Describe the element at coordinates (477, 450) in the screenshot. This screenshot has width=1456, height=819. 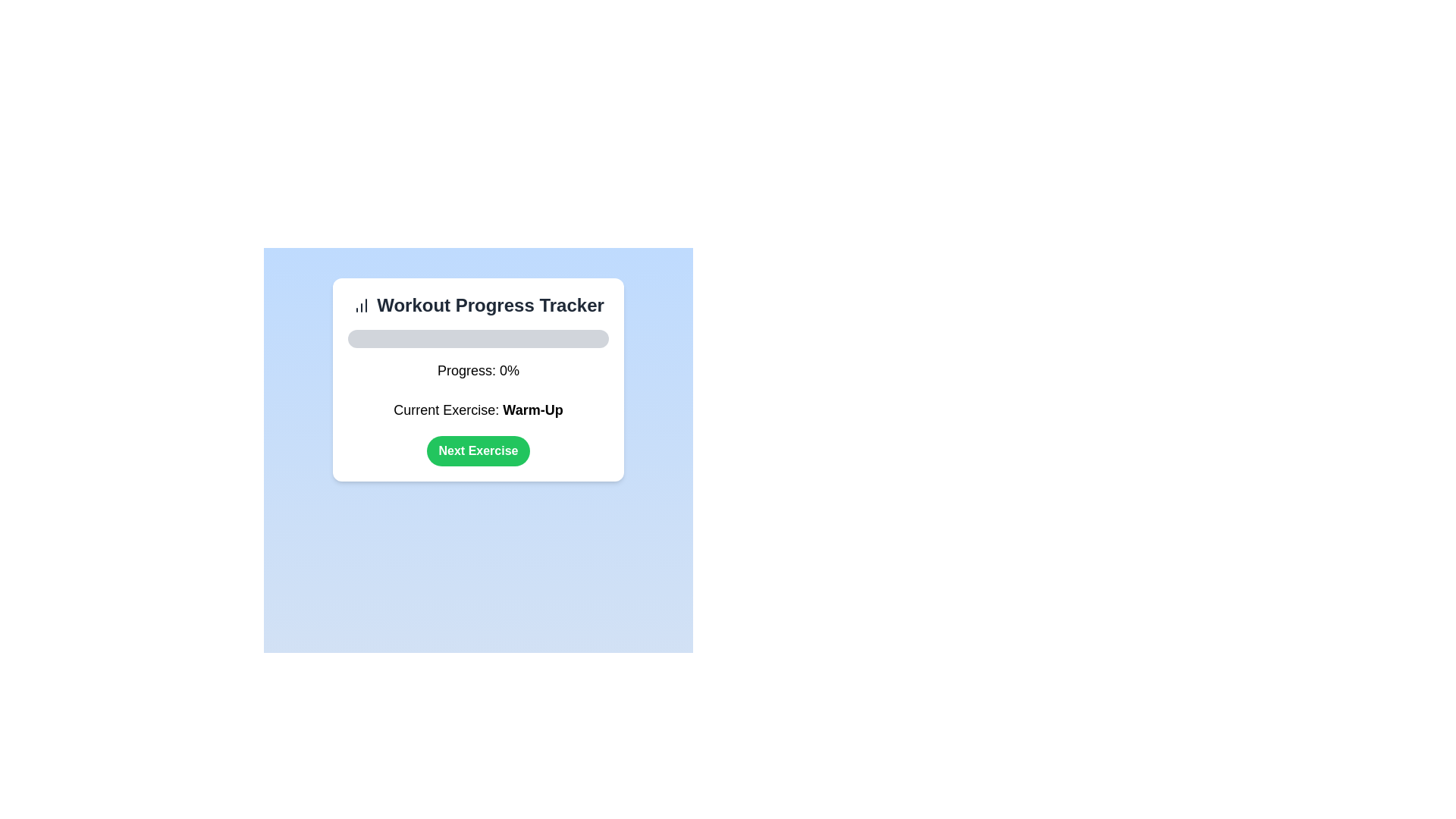
I see `the navigation button located centrally at the bottom of the 'Current Exercise: Warm-Up' section` at that location.